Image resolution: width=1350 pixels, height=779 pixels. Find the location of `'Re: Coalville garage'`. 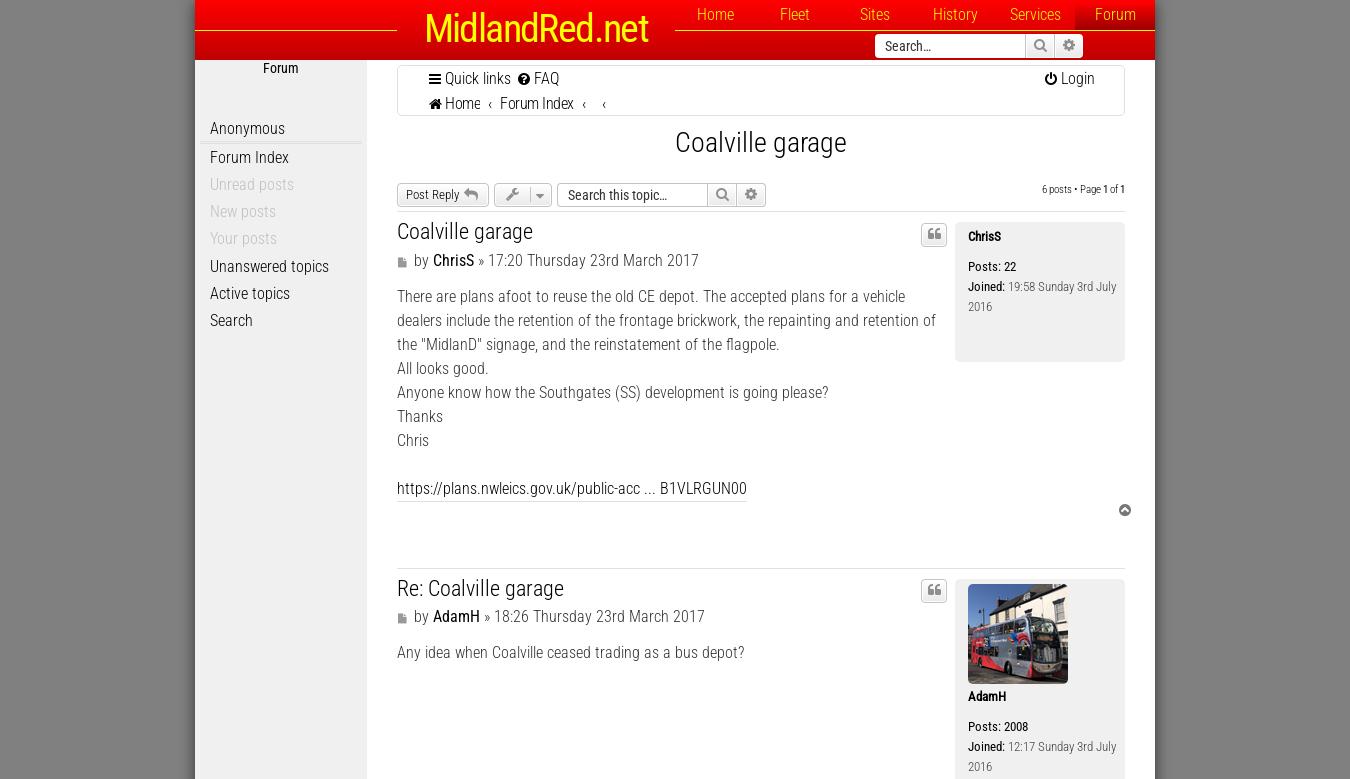

'Re: Coalville garage' is located at coordinates (479, 586).